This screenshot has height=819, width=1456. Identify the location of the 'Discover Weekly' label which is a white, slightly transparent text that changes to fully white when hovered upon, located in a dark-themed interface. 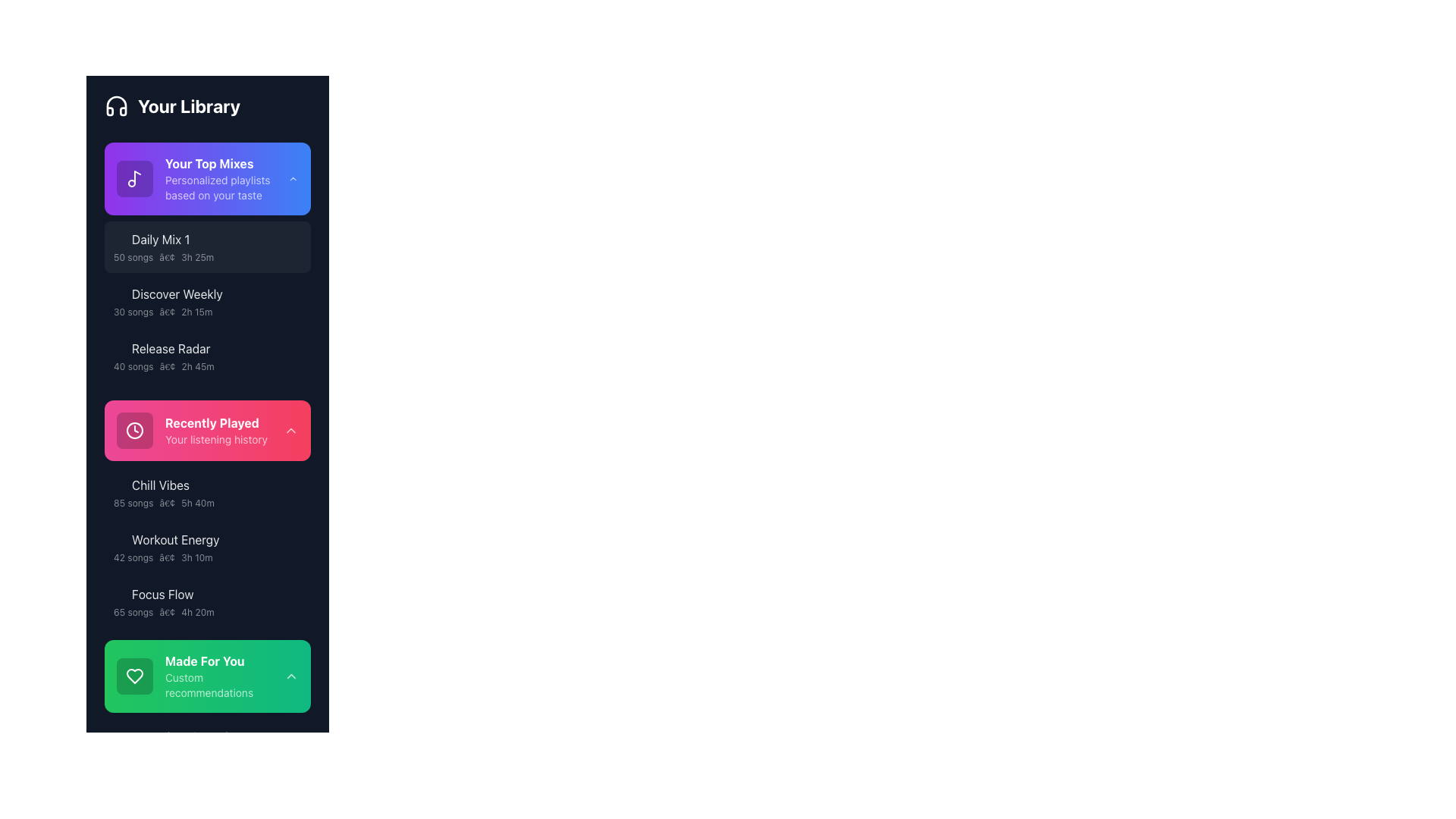
(177, 294).